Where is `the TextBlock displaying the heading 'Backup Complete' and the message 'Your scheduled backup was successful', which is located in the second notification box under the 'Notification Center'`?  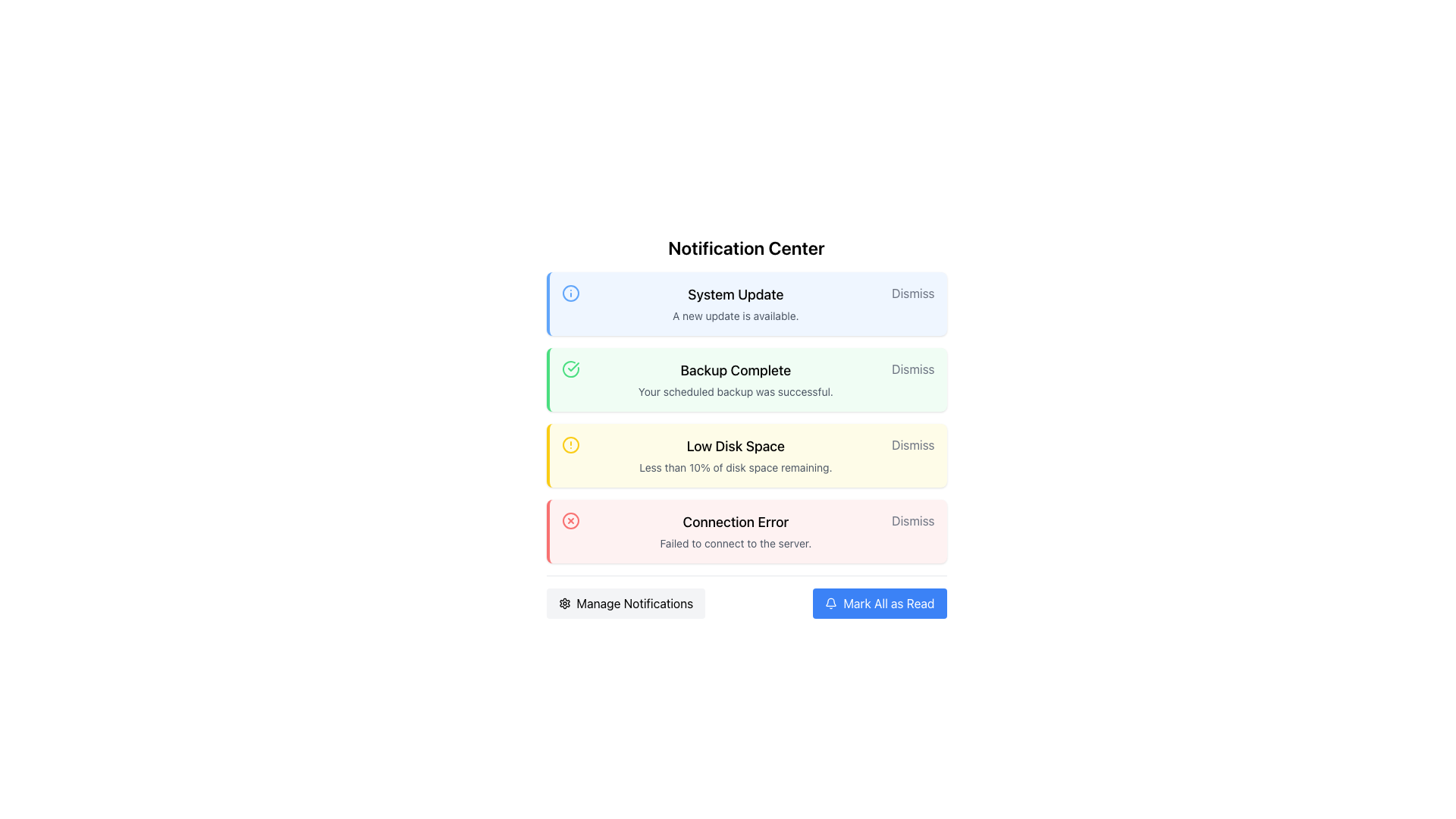 the TextBlock displaying the heading 'Backup Complete' and the message 'Your scheduled backup was successful', which is located in the second notification box under the 'Notification Center' is located at coordinates (736, 379).